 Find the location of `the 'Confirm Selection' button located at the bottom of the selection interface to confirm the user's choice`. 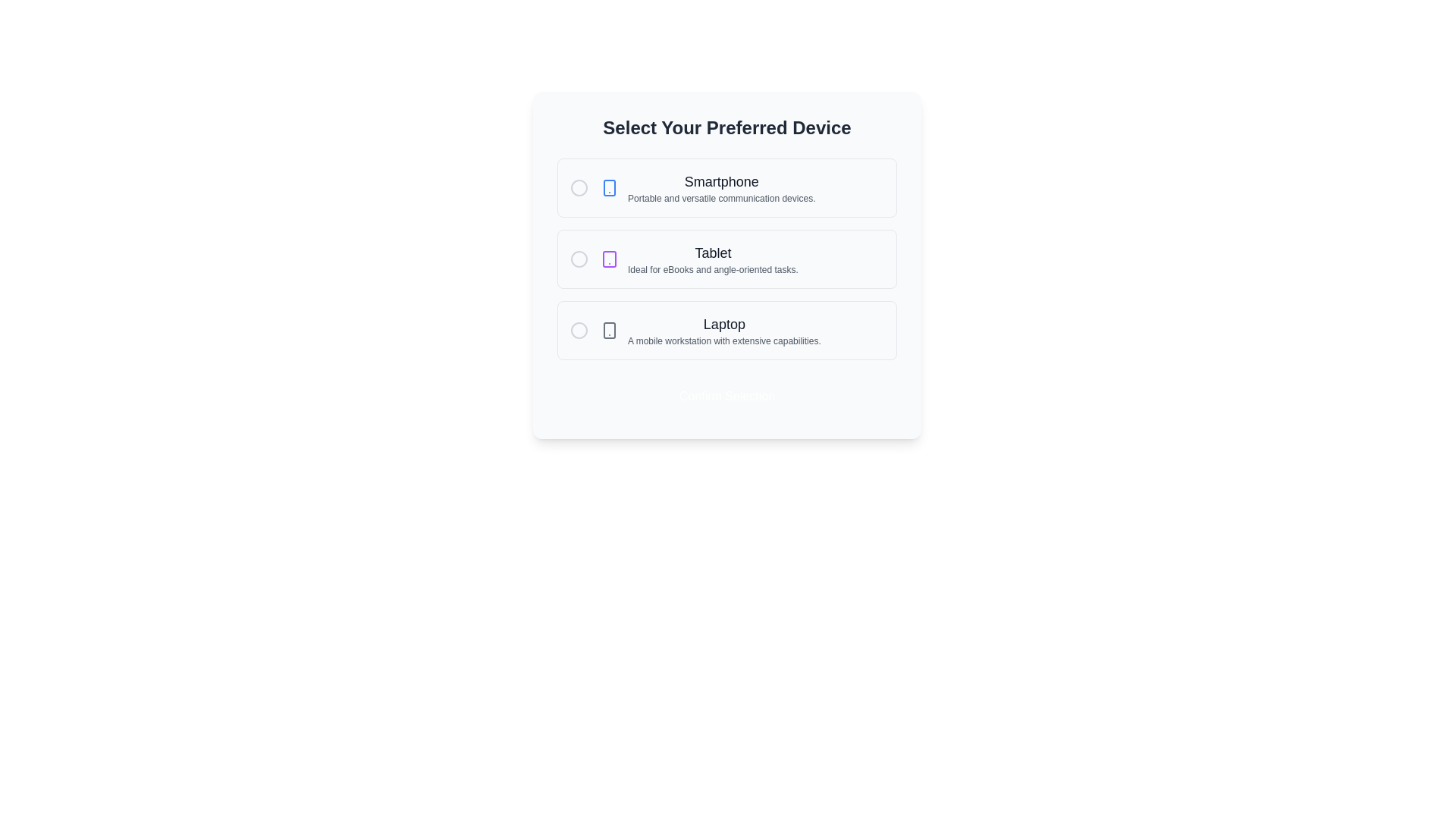

the 'Confirm Selection' button located at the bottom of the selection interface to confirm the user's choice is located at coordinates (726, 396).